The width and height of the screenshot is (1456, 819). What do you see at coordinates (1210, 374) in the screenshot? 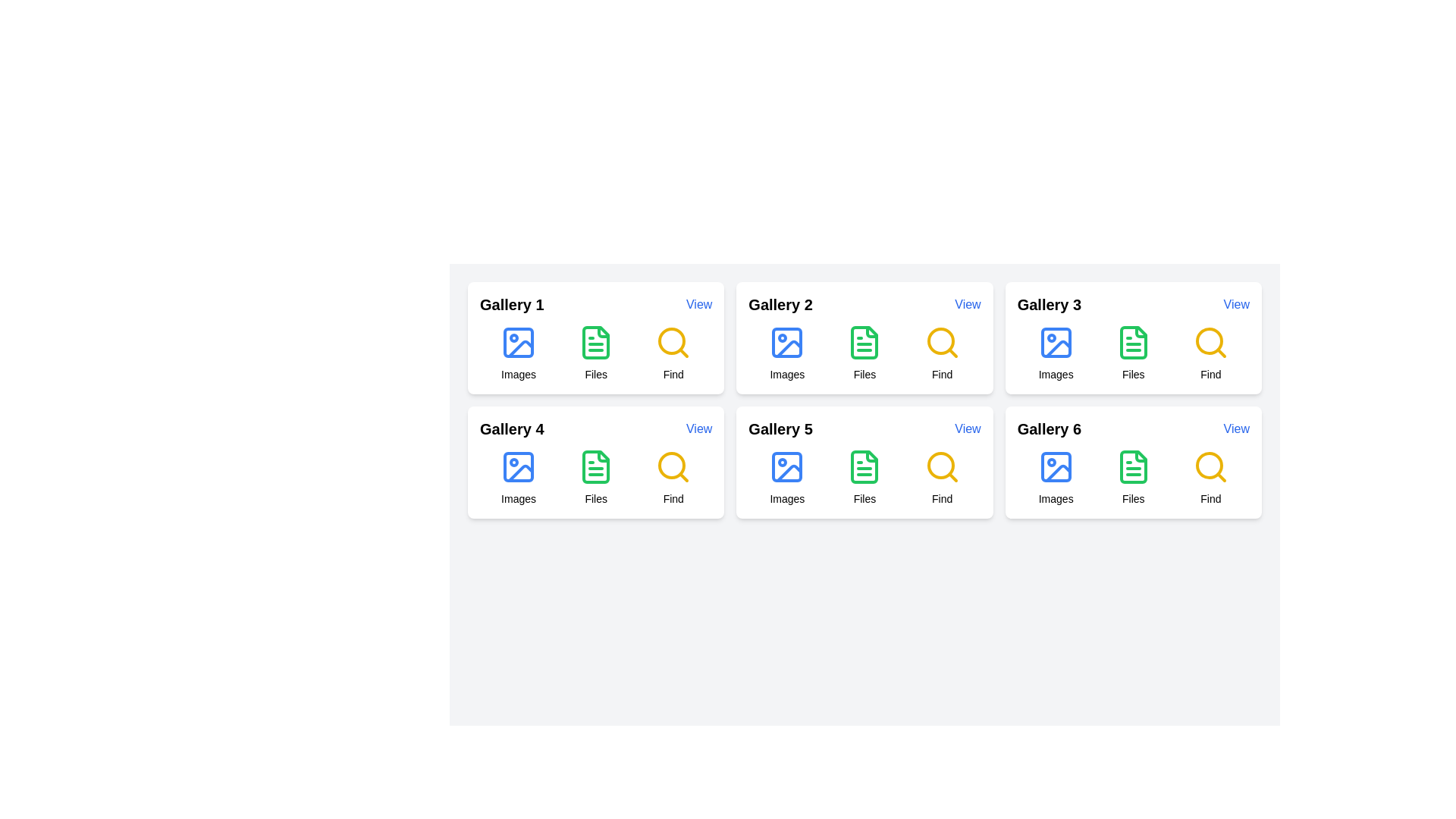
I see `the content of the label that serves as a descriptor for the search icon above it within the 'Gallery 3' card` at bounding box center [1210, 374].